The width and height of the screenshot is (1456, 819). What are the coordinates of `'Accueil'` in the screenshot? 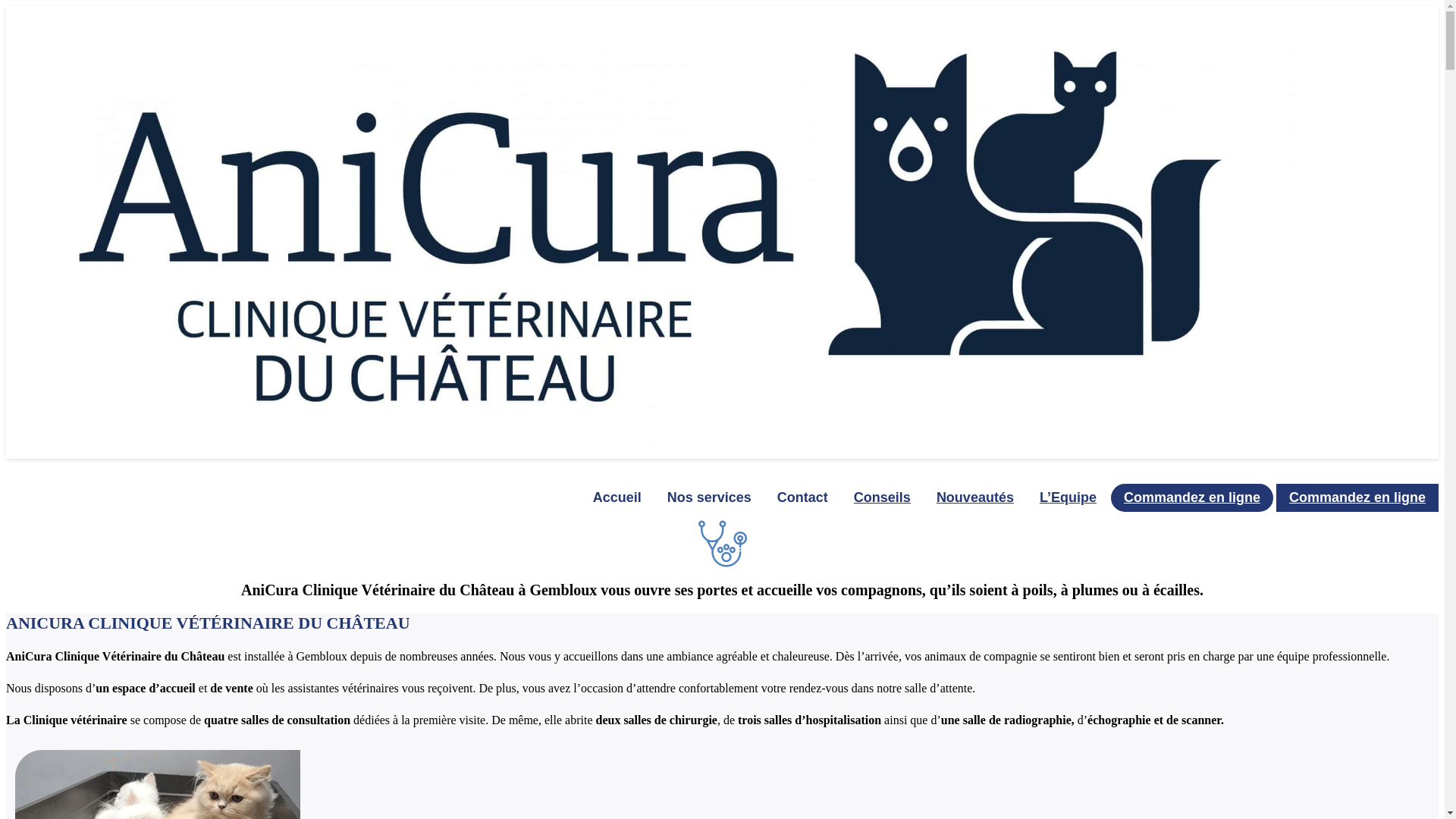 It's located at (617, 497).